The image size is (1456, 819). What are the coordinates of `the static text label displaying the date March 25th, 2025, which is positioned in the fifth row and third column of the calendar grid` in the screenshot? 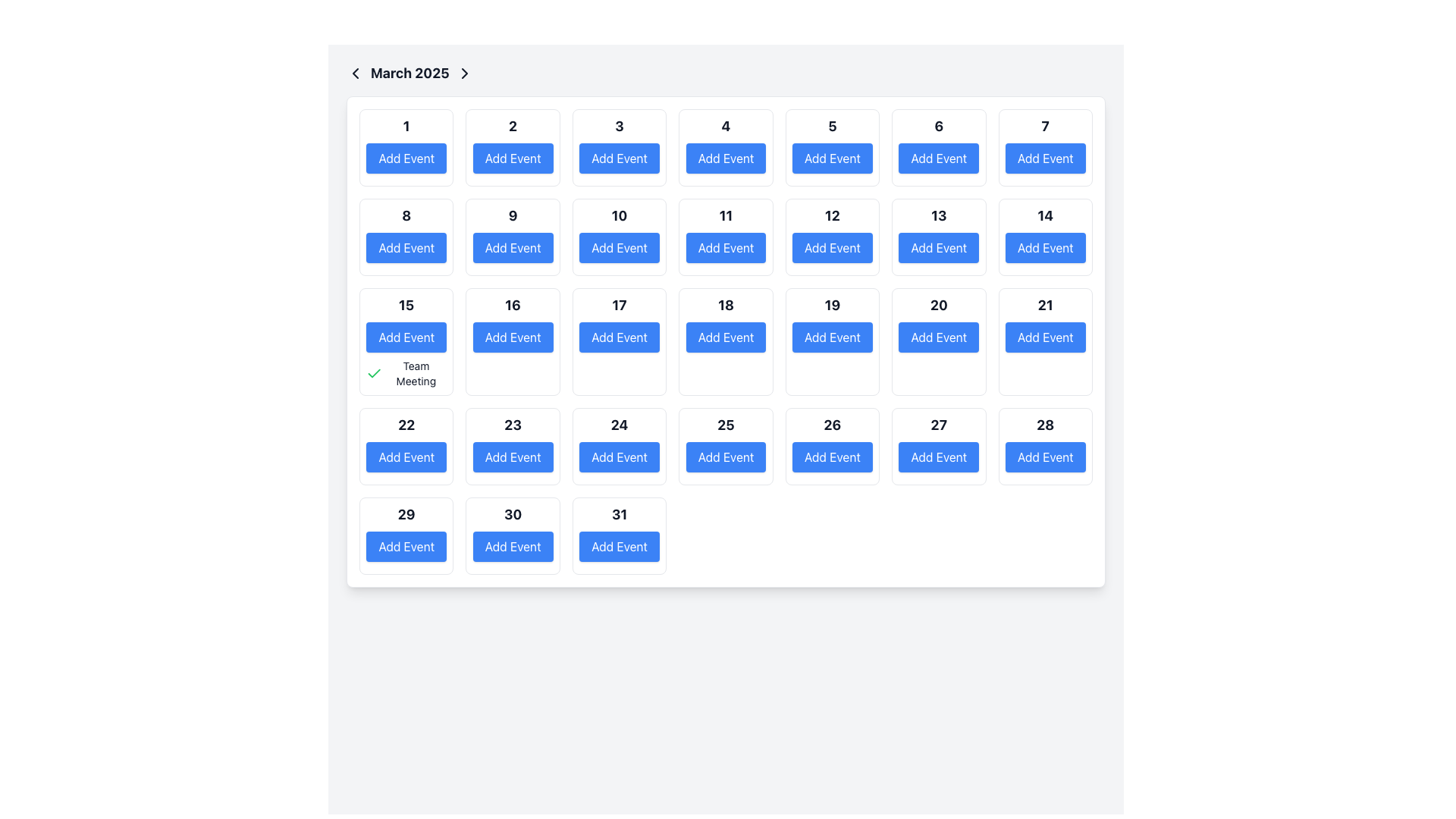 It's located at (725, 425).